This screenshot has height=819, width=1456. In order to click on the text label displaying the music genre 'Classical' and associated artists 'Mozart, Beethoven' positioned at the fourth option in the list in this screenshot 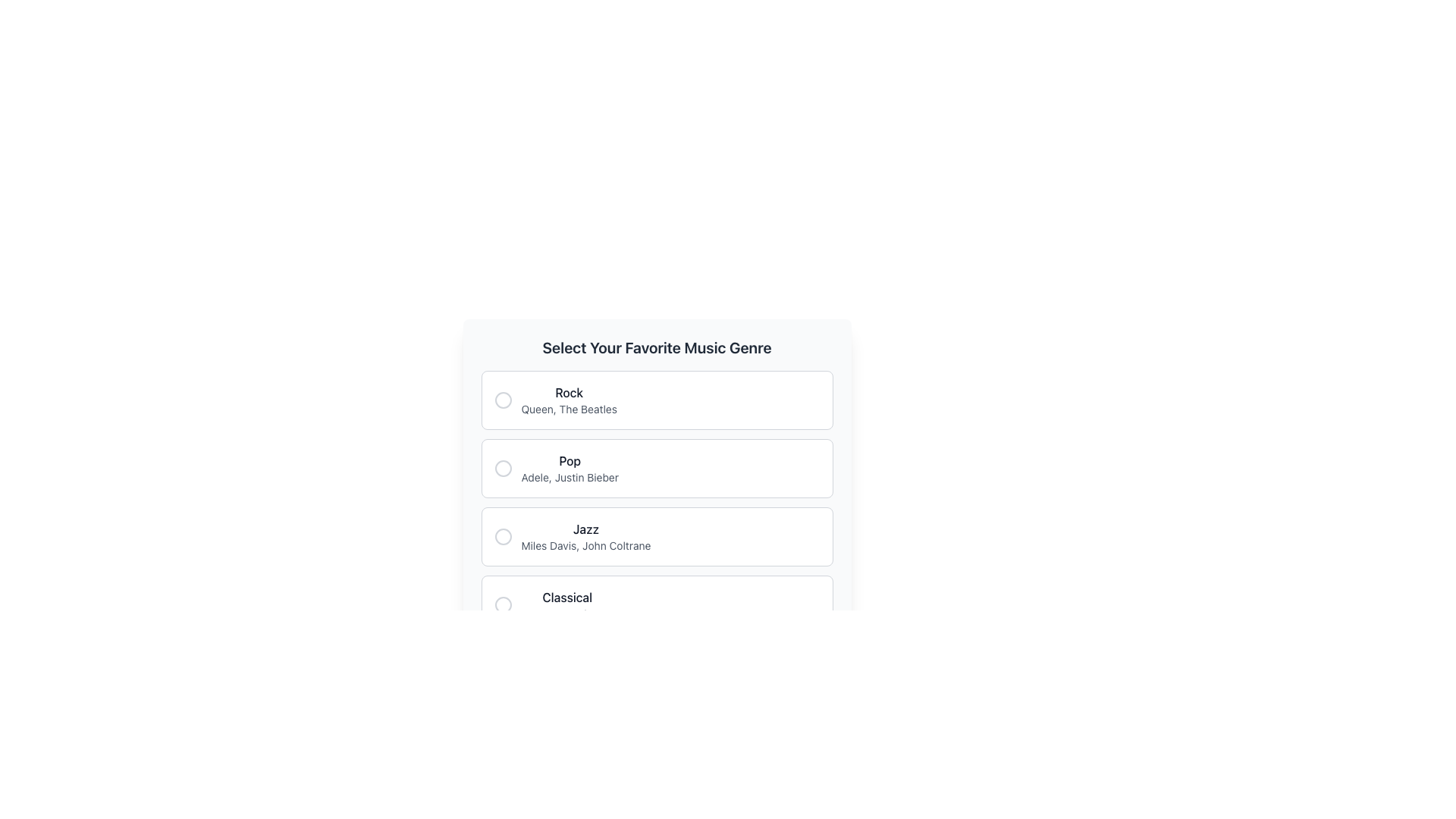, I will do `click(566, 604)`.